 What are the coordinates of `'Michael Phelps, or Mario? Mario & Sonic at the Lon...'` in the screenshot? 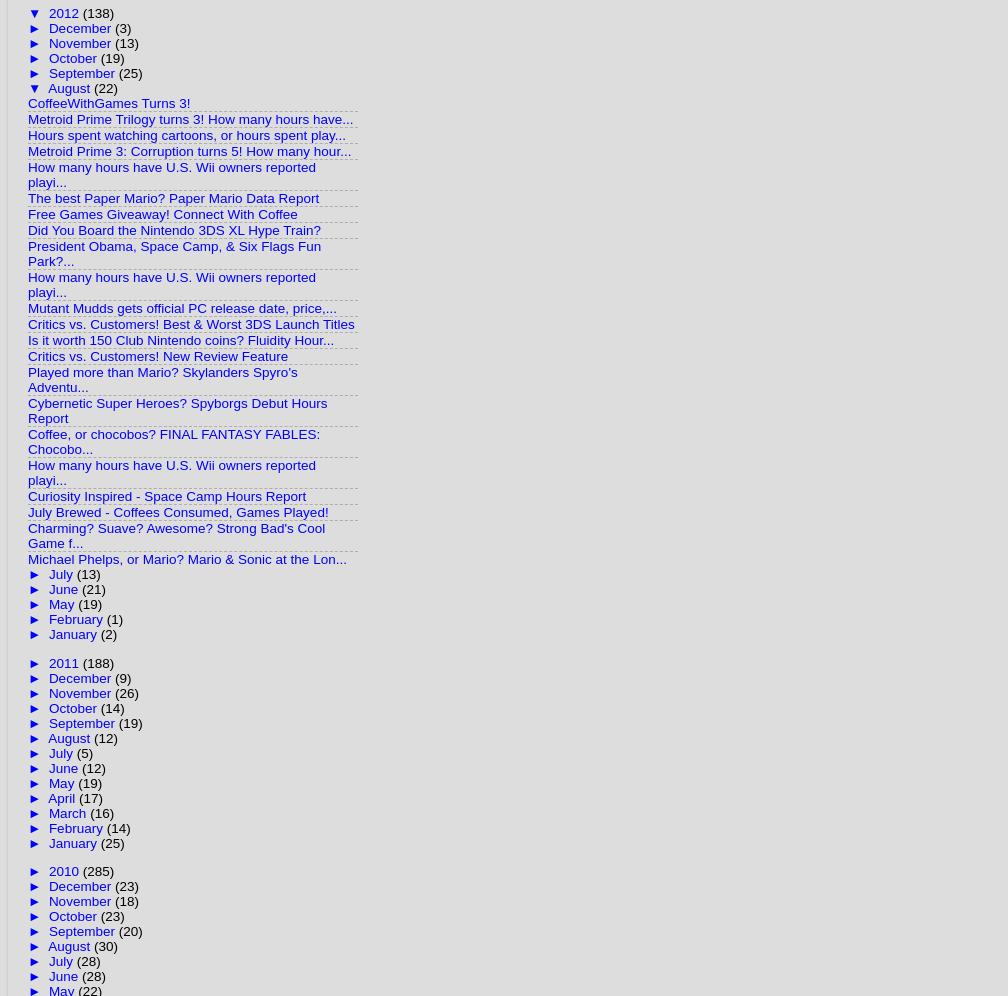 It's located at (28, 558).